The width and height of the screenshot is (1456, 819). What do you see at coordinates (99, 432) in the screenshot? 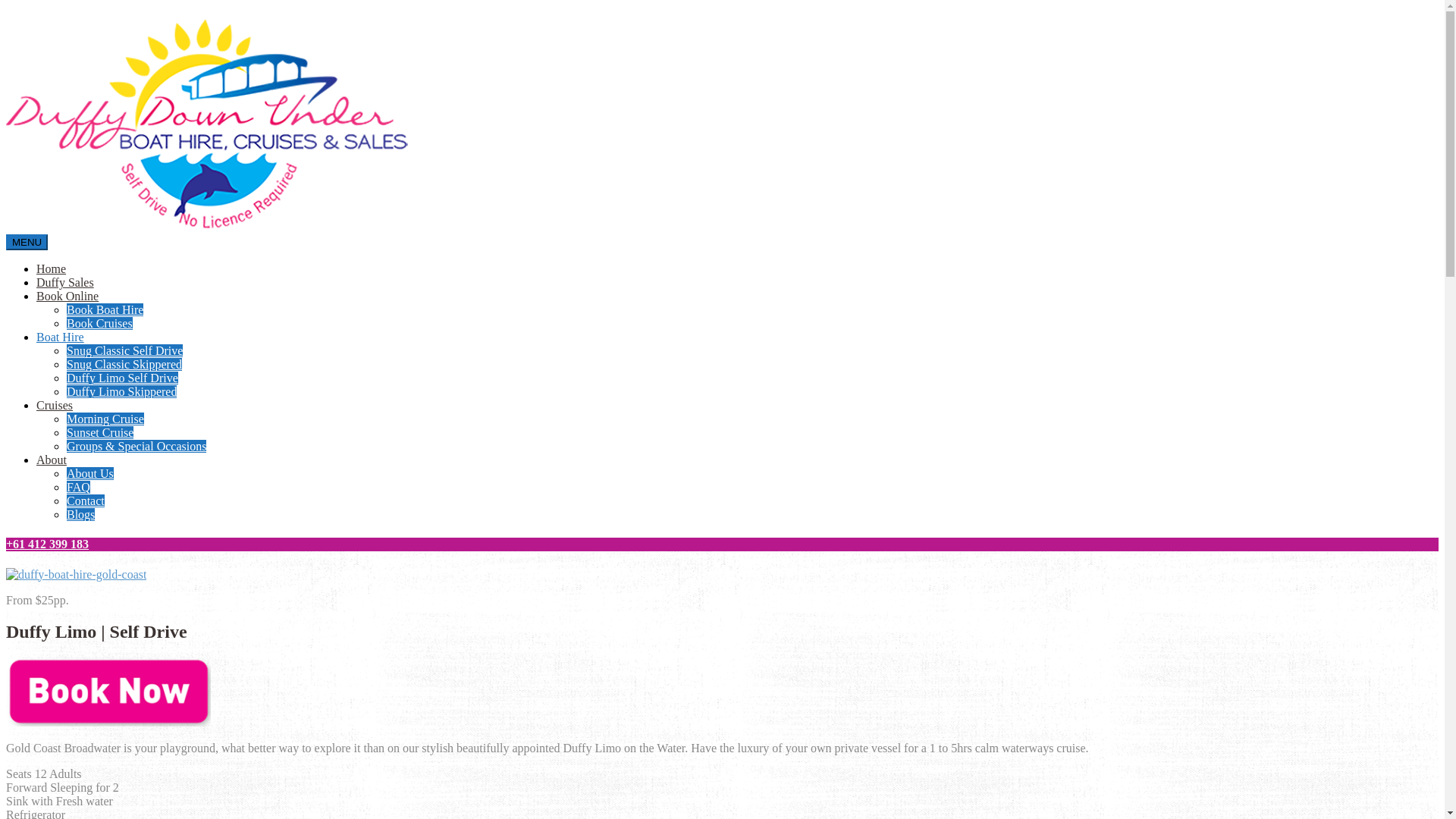
I see `'Sunset Cruise'` at bounding box center [99, 432].